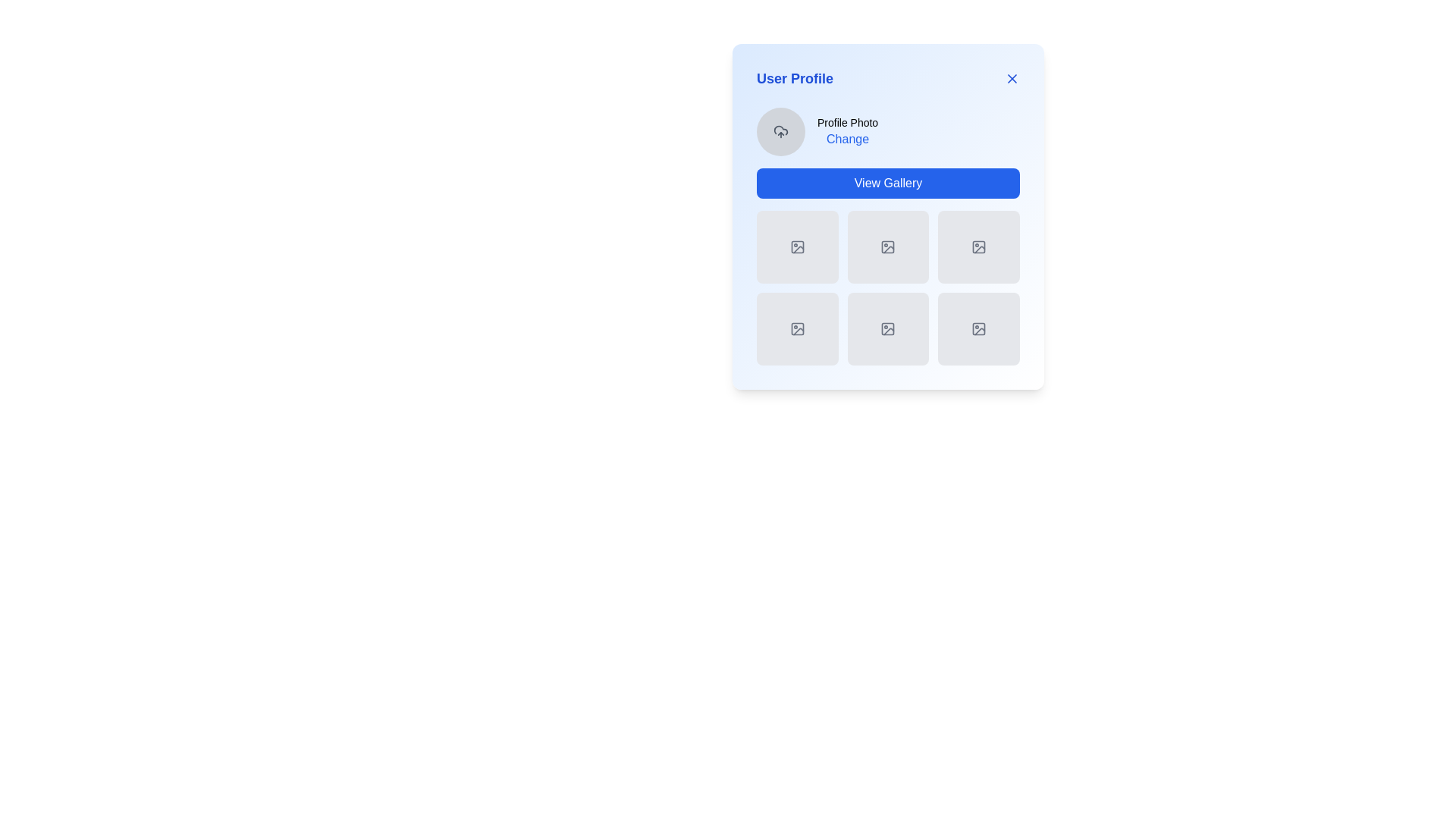 This screenshot has width=1456, height=819. I want to click on the placeholder icon located in the second row, second column of the 3x3 grid below the 'View Gallery' button, which signifies an empty state for a gallery slot, so click(888, 246).